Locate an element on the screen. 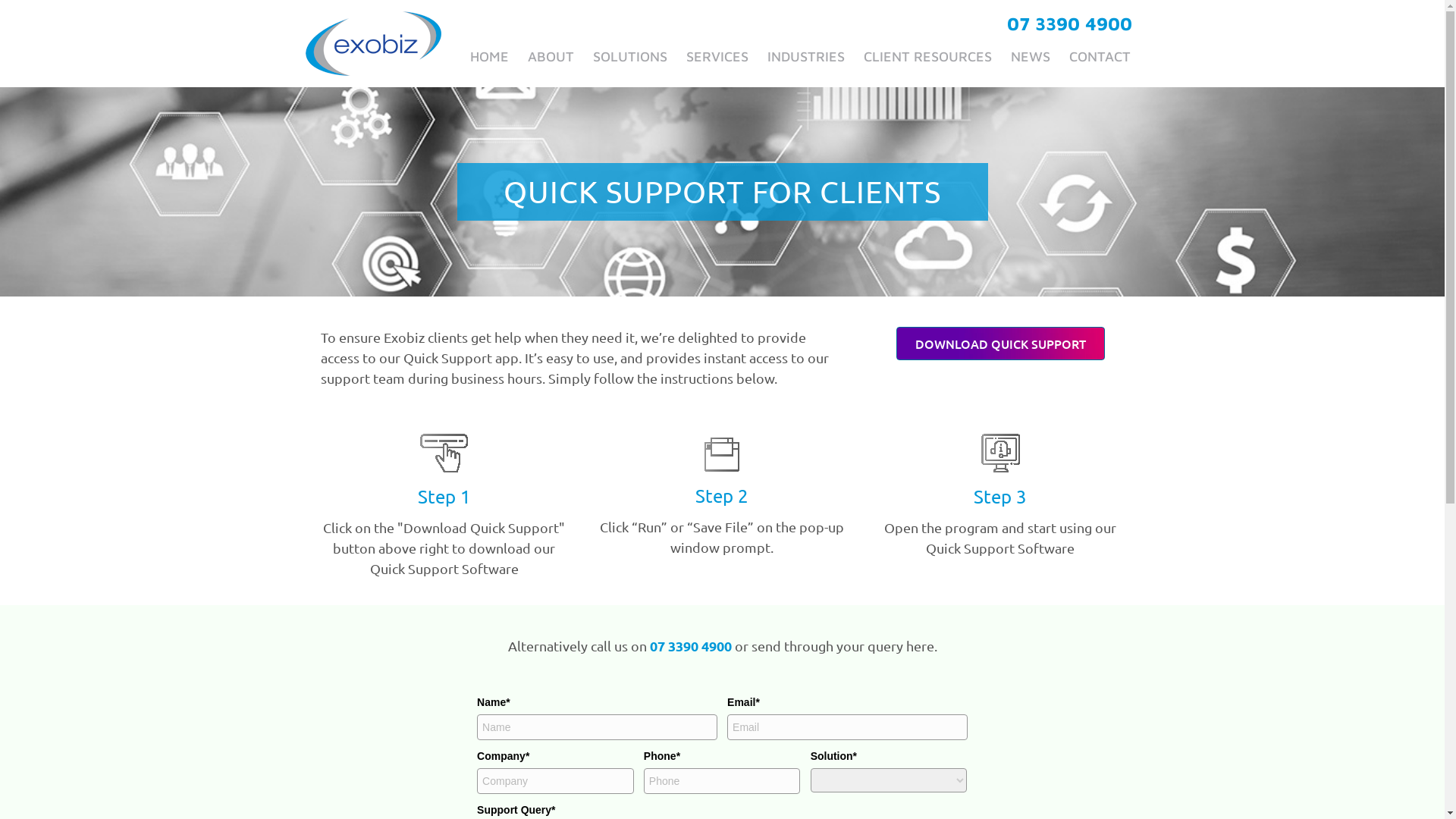 The image size is (1456, 819). 'ABOUT' is located at coordinates (550, 55).